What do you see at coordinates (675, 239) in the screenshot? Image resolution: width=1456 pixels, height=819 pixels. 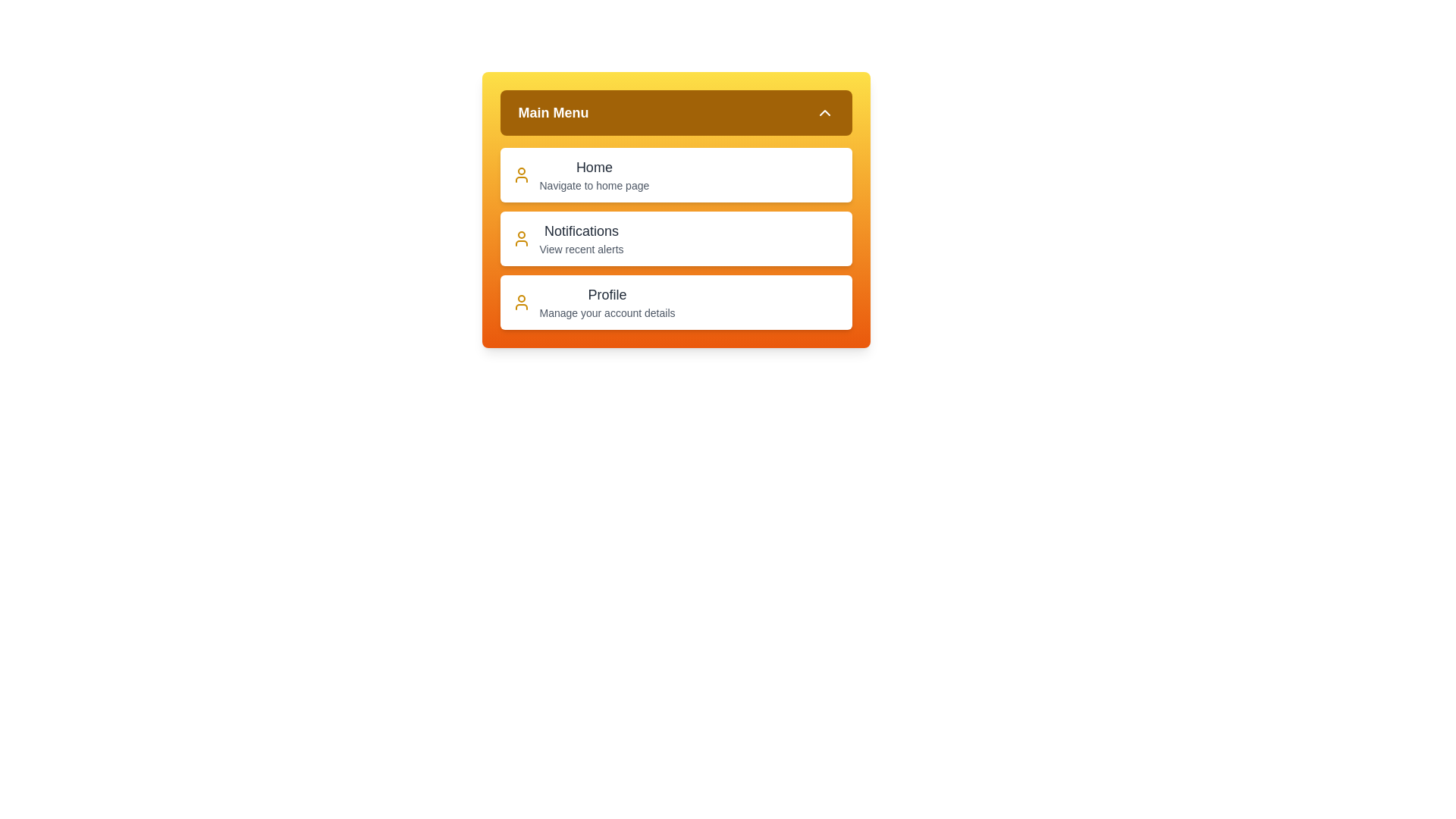 I see `the menu item Notifications to view its hover effect` at bounding box center [675, 239].